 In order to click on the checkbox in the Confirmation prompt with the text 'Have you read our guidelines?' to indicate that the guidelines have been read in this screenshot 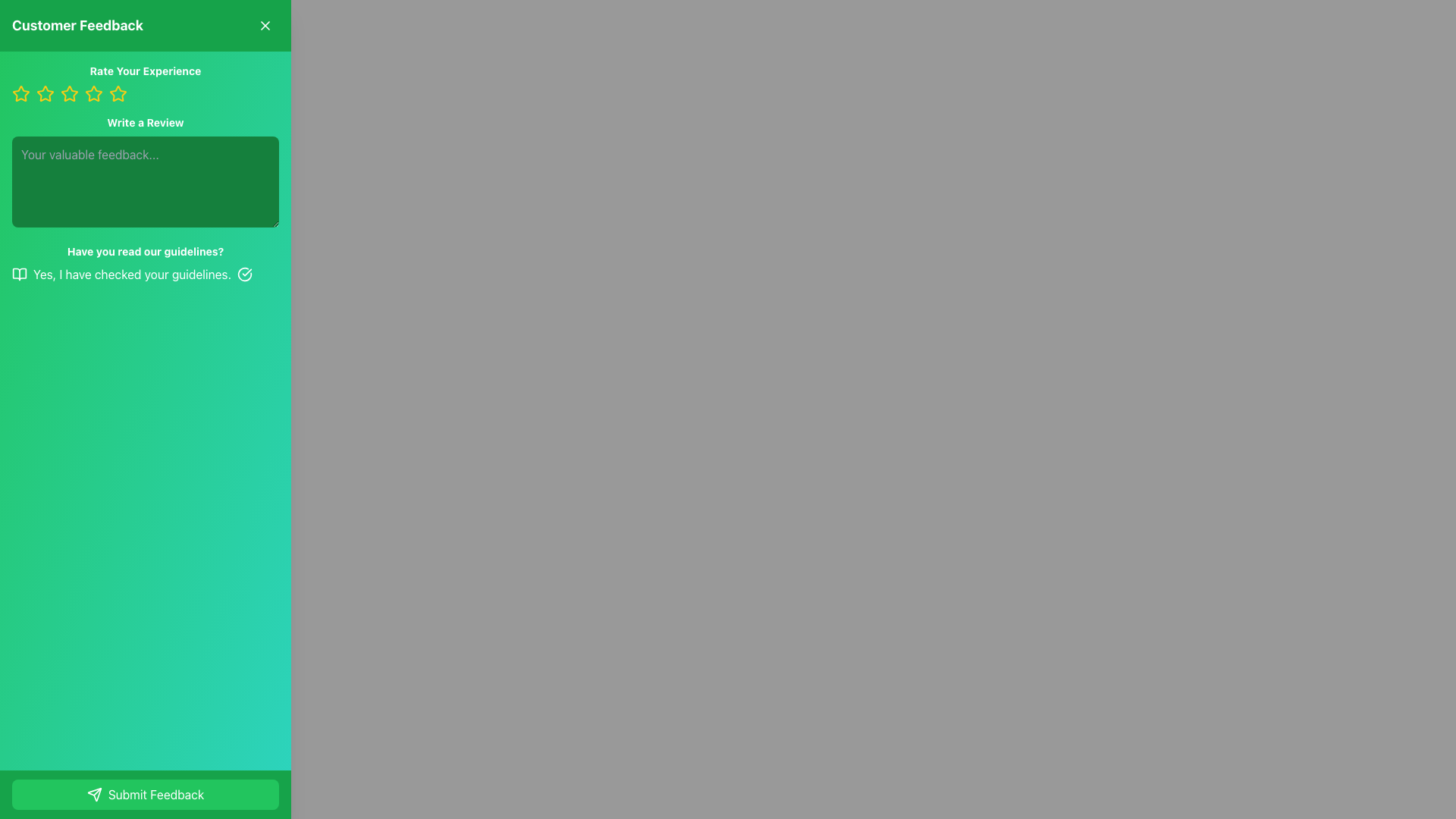, I will do `click(146, 262)`.